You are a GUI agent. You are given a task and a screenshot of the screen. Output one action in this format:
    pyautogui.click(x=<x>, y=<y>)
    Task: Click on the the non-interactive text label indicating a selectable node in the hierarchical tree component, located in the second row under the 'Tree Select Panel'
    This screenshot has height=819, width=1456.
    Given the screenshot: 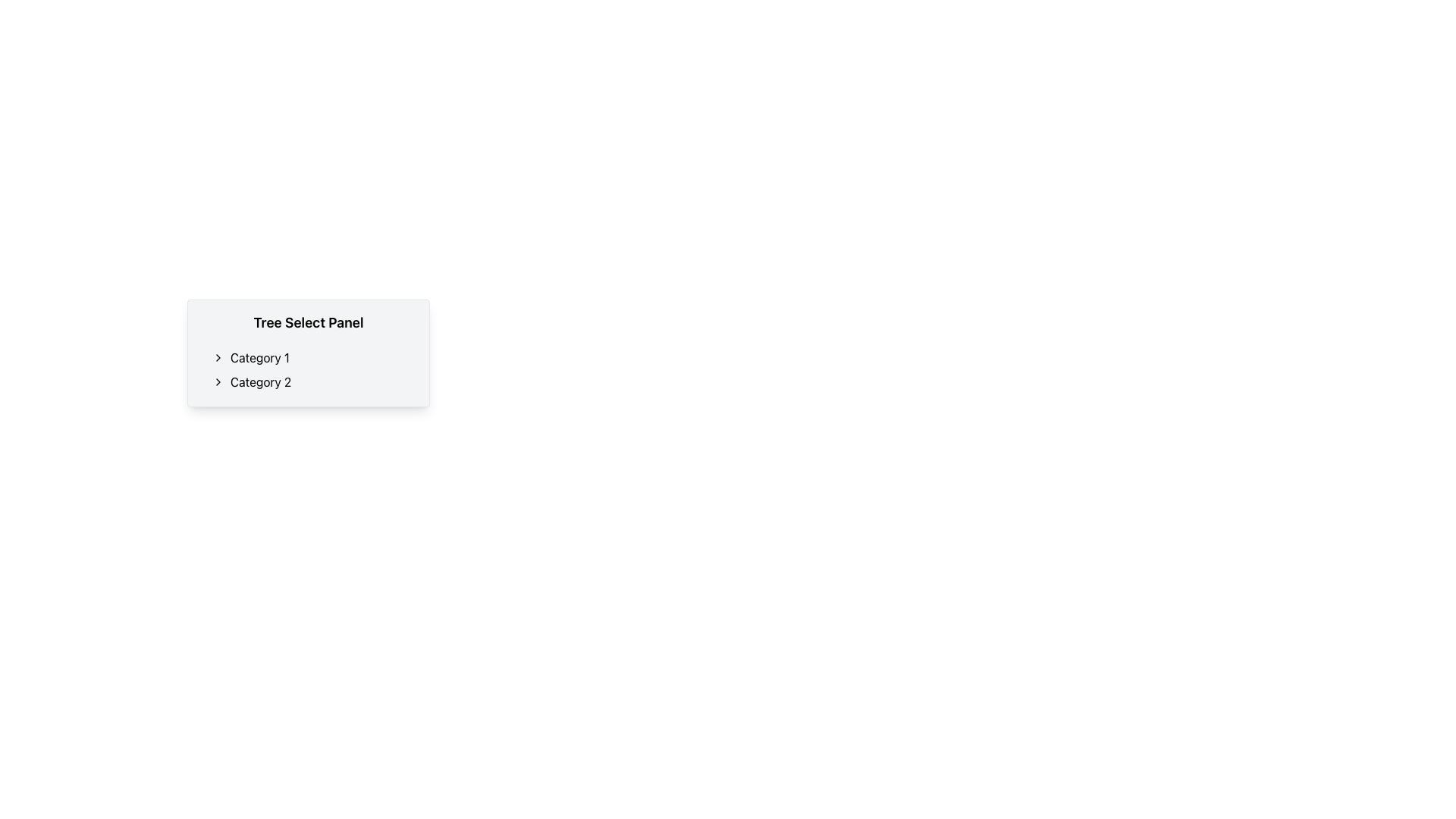 What is the action you would take?
    pyautogui.click(x=261, y=381)
    